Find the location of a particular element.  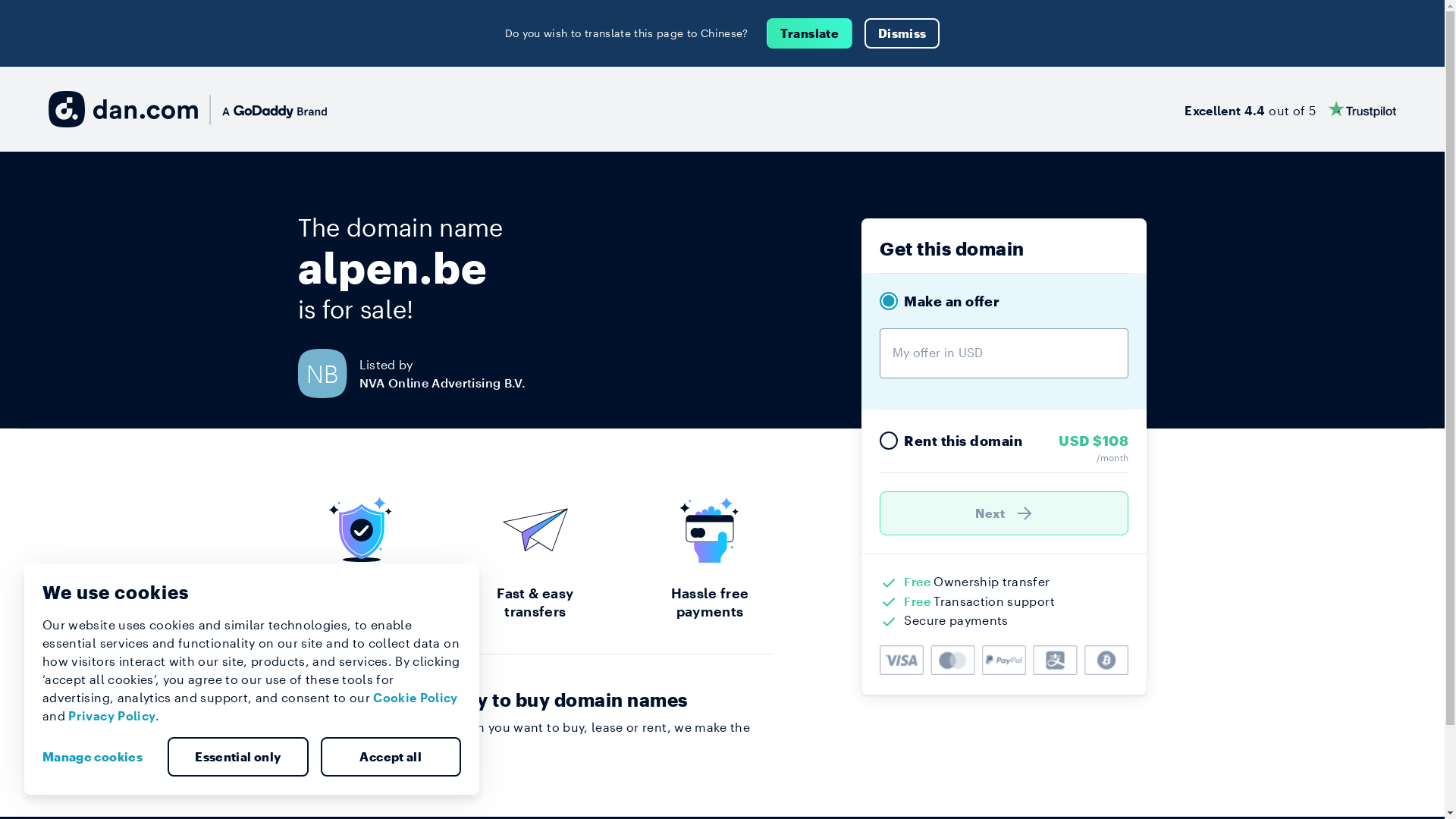

'Cookie Policy' is located at coordinates (415, 697).